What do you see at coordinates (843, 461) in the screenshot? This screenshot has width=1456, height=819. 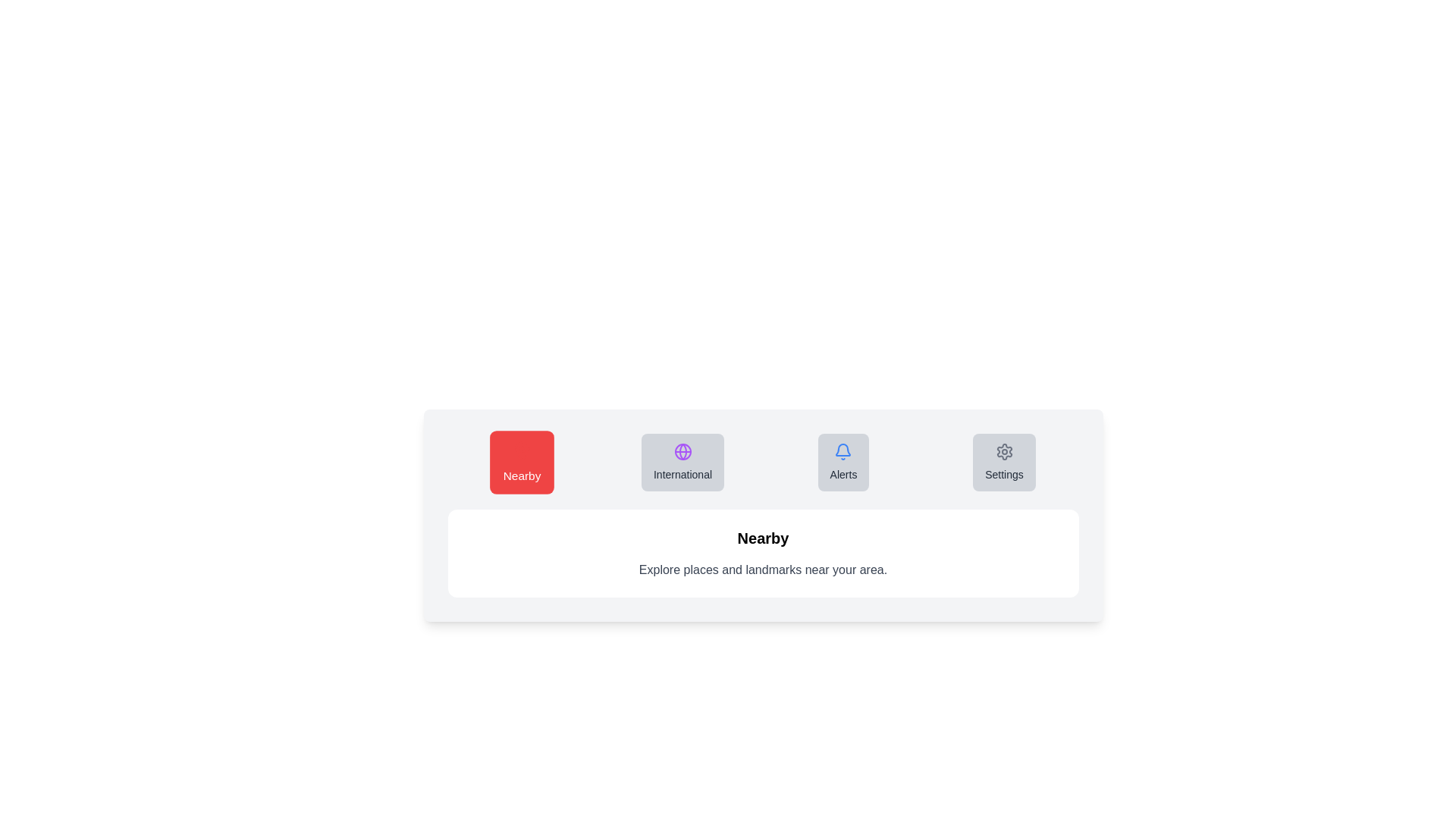 I see `the Alerts tab` at bounding box center [843, 461].